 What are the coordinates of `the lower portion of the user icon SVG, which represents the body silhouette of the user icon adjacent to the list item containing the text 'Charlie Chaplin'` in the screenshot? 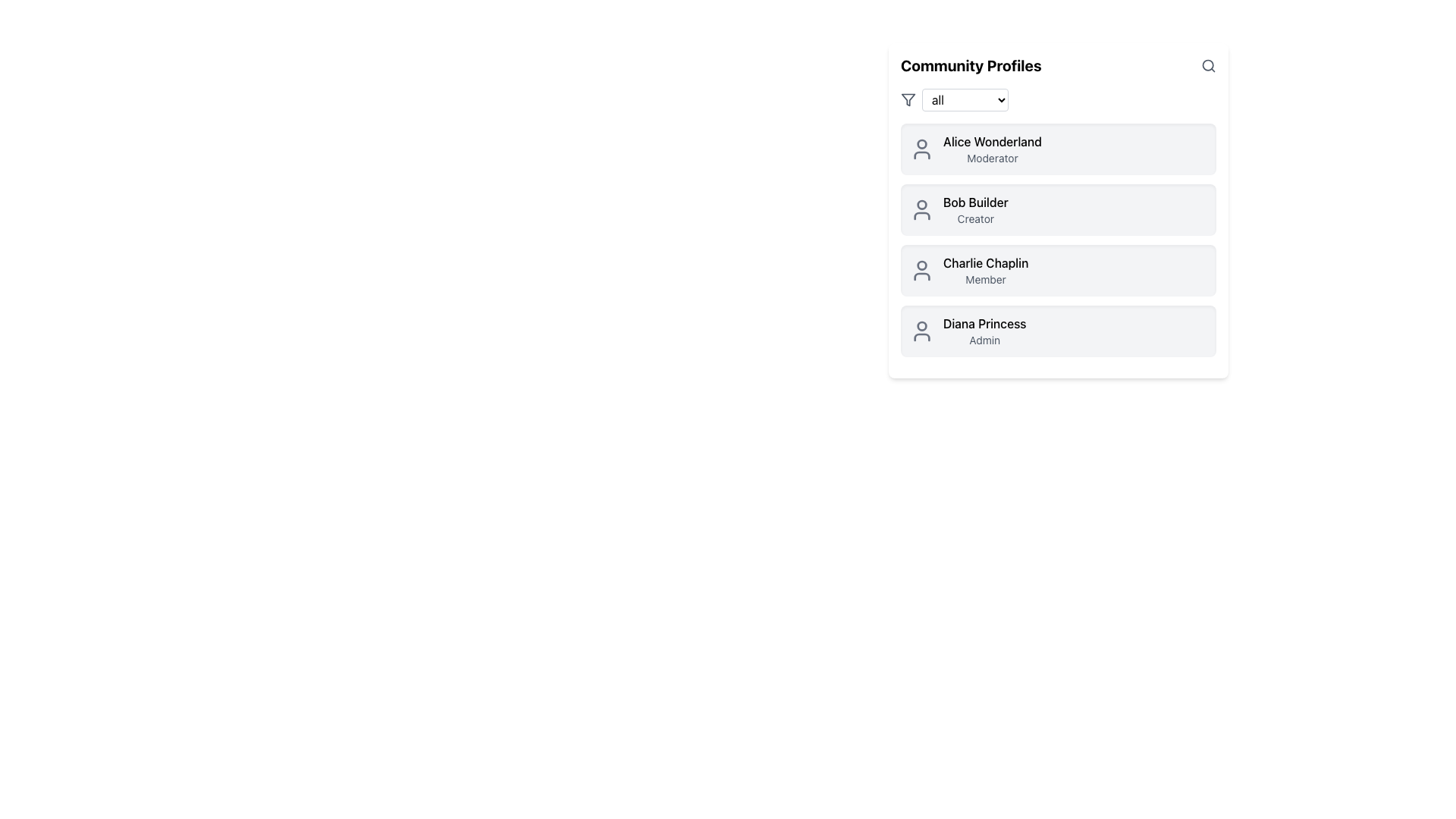 It's located at (921, 277).